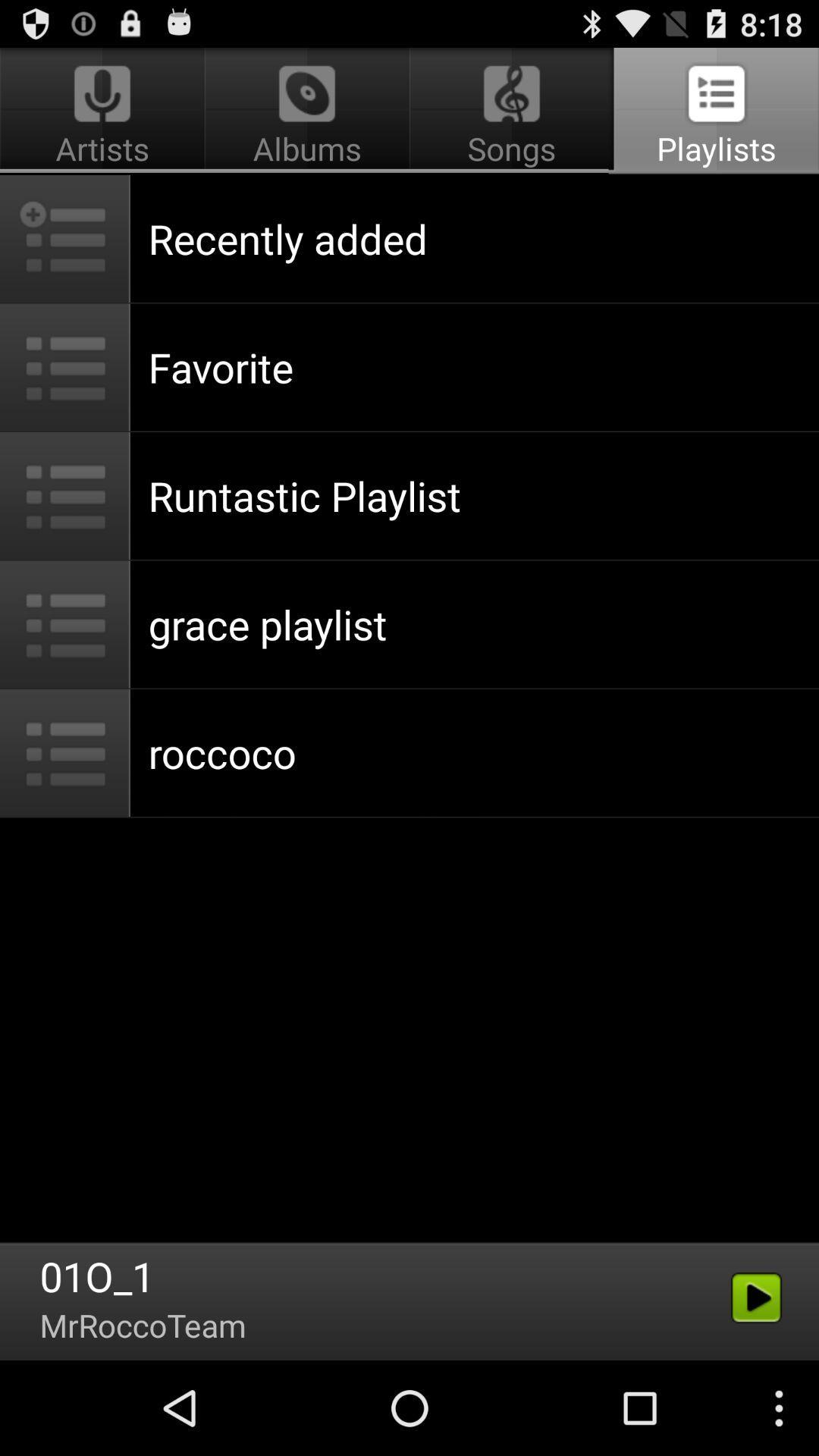  I want to click on playlists, so click(714, 111).